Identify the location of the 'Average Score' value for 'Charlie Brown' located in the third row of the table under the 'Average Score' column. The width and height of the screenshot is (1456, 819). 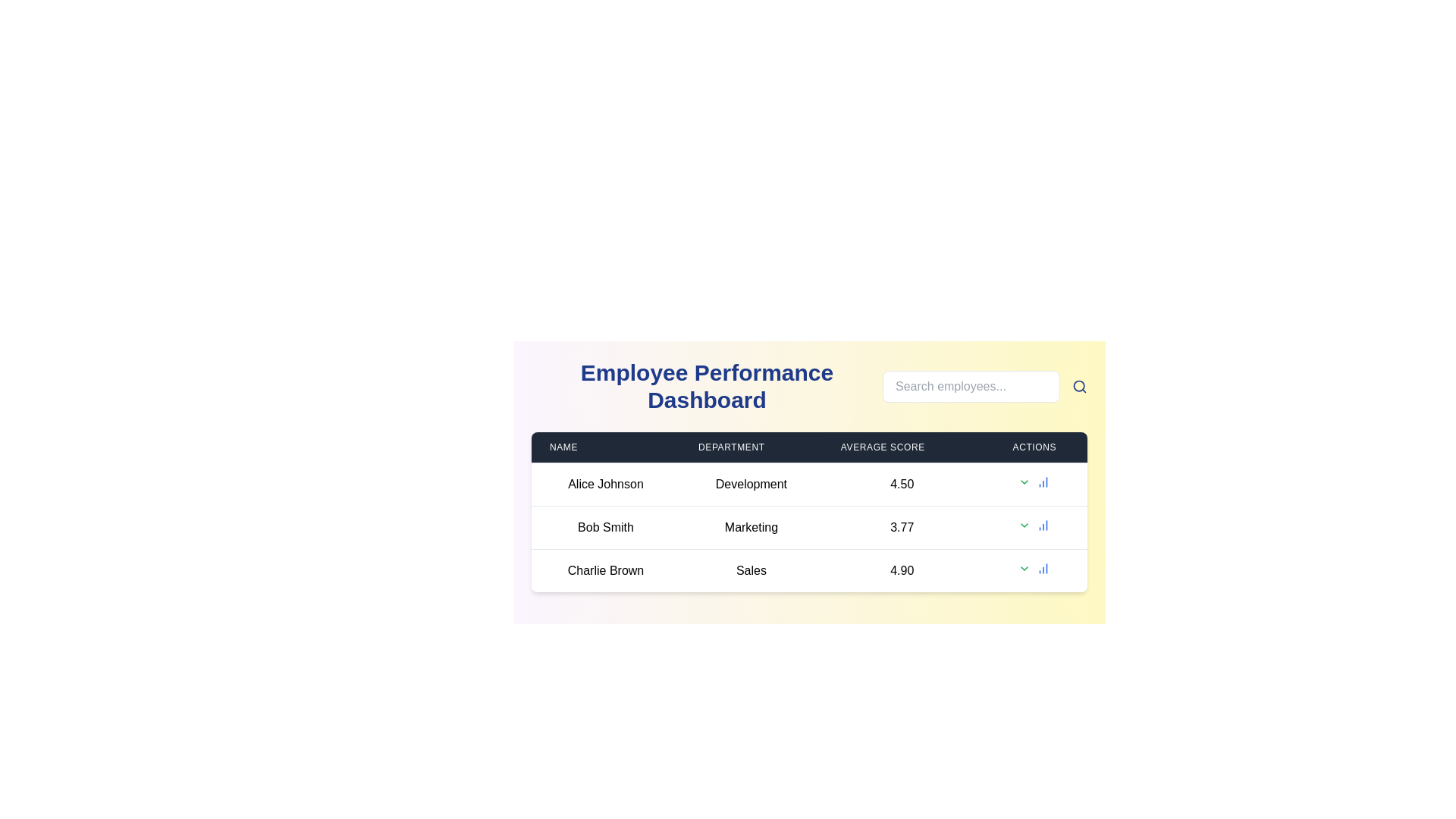
(902, 570).